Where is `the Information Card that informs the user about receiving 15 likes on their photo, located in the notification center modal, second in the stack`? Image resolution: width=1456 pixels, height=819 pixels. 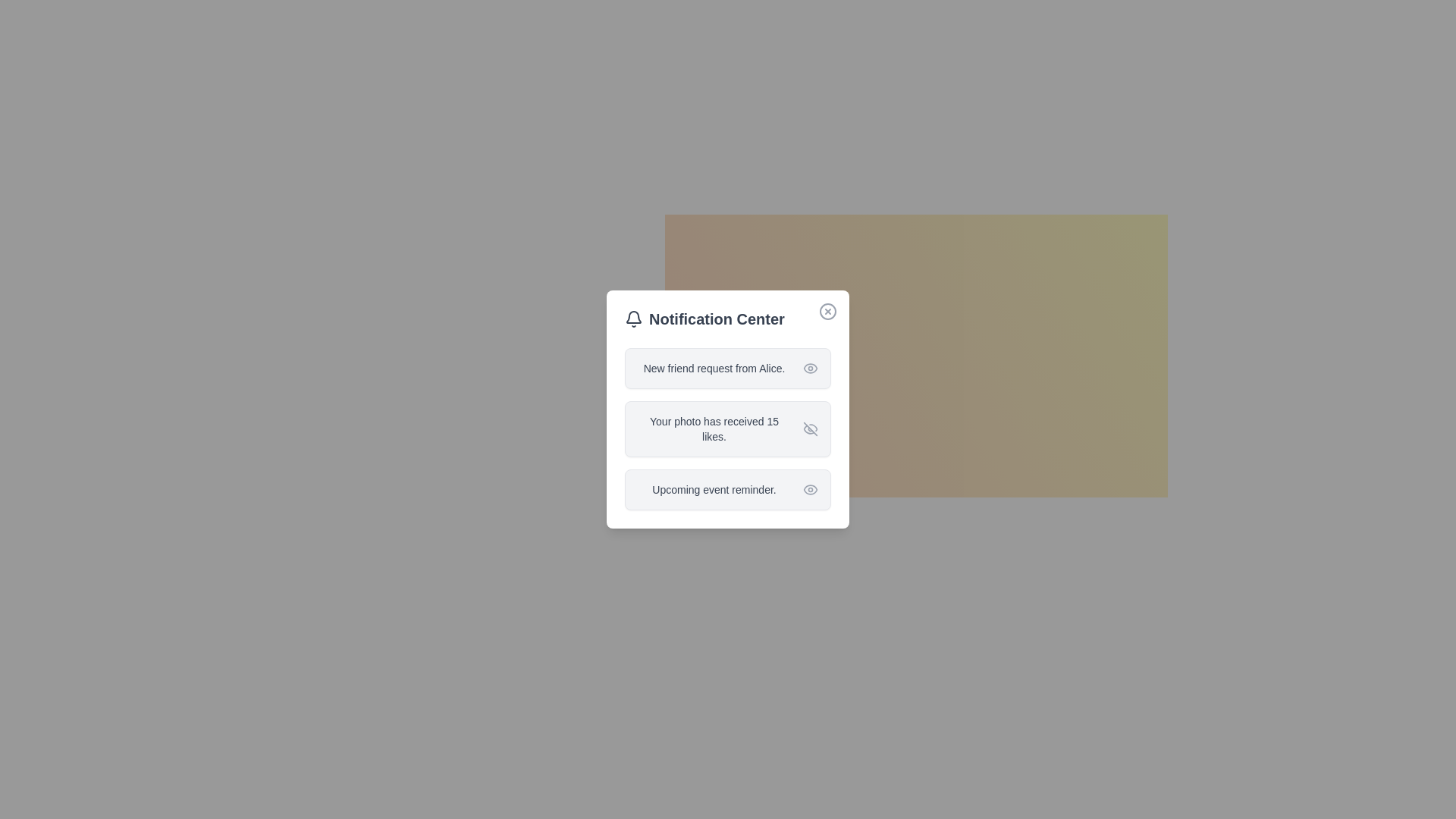 the Information Card that informs the user about receiving 15 likes on their photo, located in the notification center modal, second in the stack is located at coordinates (728, 409).